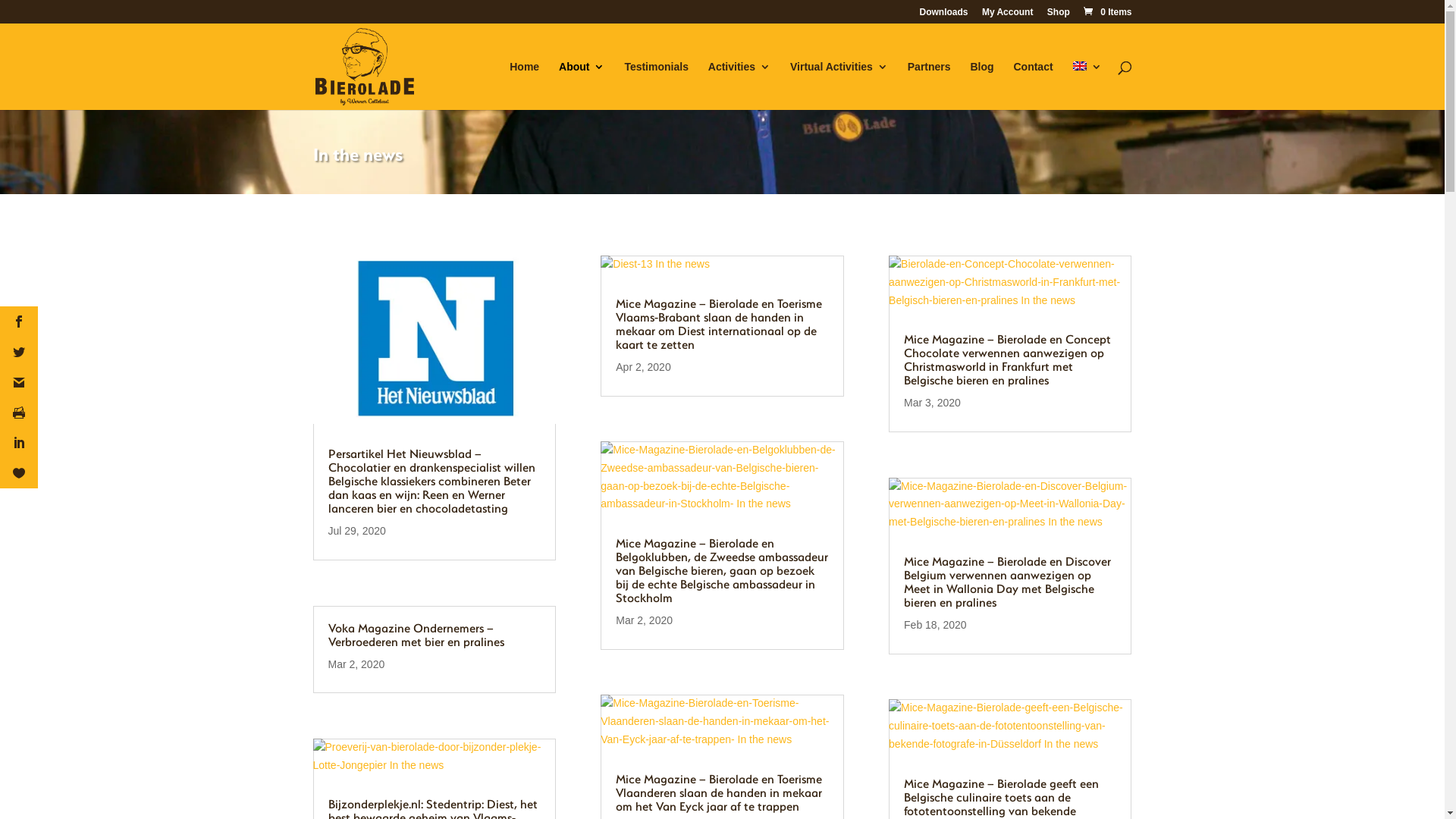  I want to click on 'Downloads', so click(943, 15).